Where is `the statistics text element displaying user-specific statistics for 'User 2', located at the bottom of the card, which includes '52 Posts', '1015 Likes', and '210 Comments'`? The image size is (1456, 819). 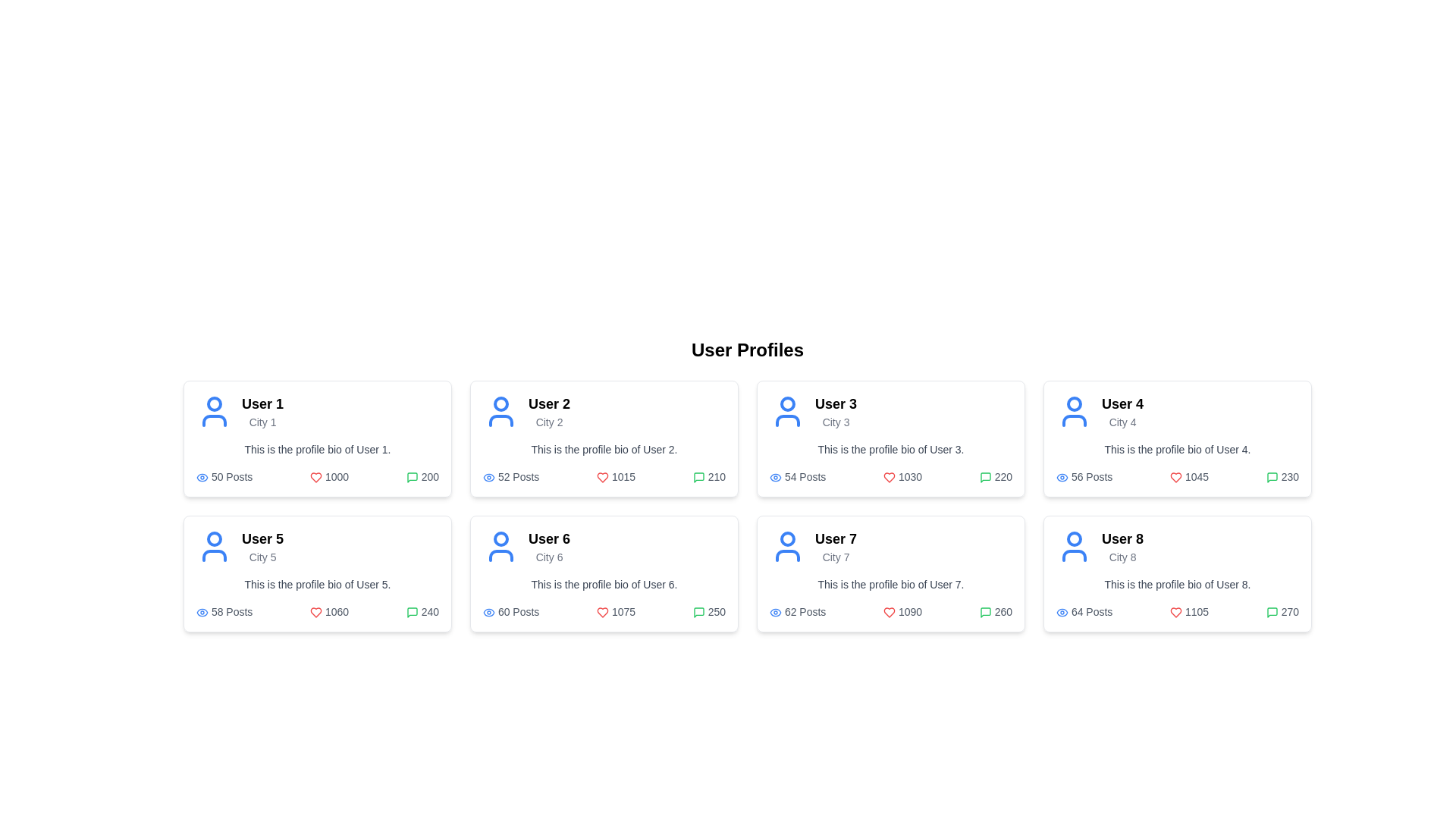 the statistics text element displaying user-specific statistics for 'User 2', located at the bottom of the card, which includes '52 Posts', '1015 Likes', and '210 Comments' is located at coordinates (603, 475).